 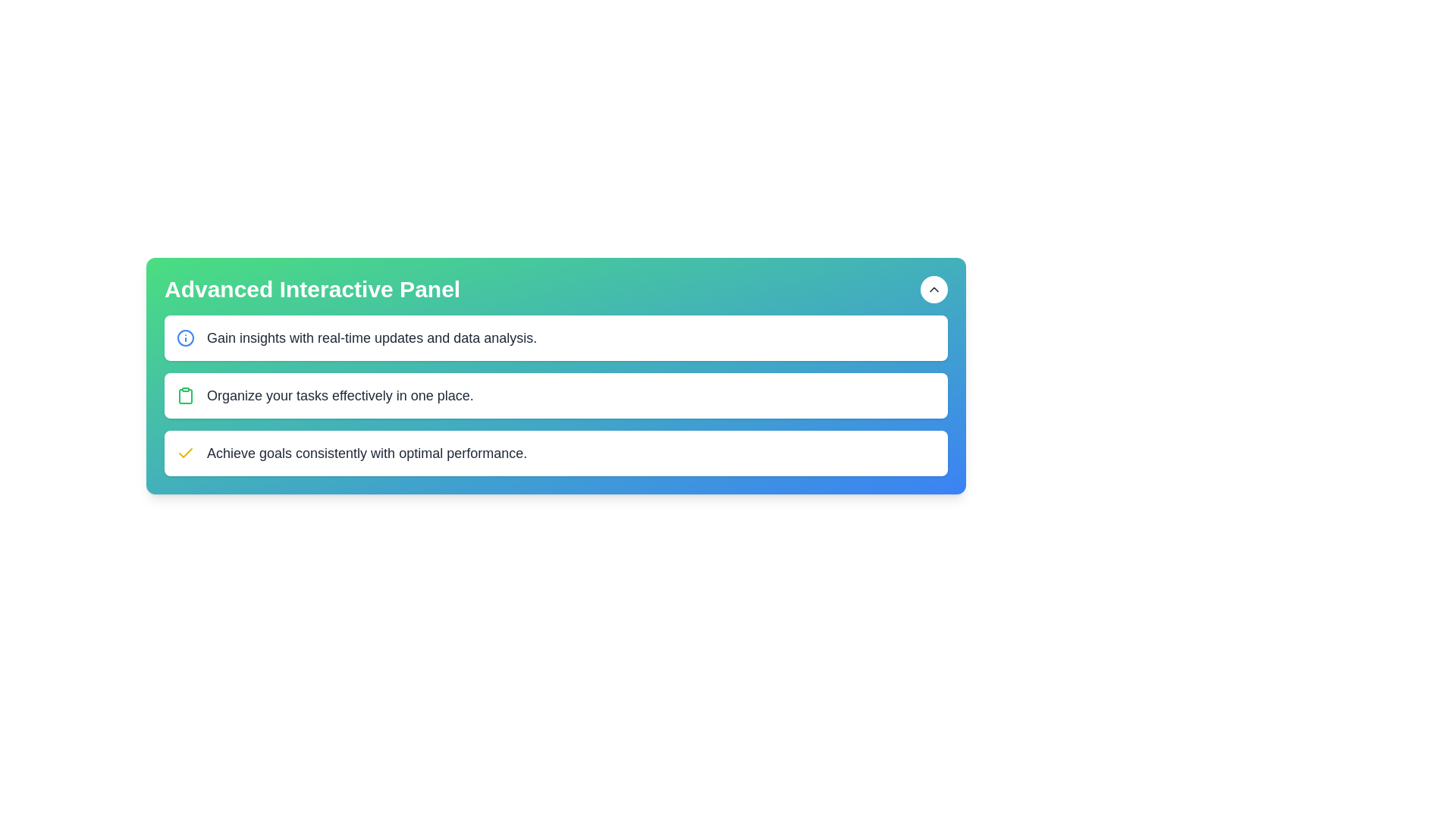 What do you see at coordinates (312, 289) in the screenshot?
I see `the bold and large heading text 'Advanced Interactive Panel'` at bounding box center [312, 289].